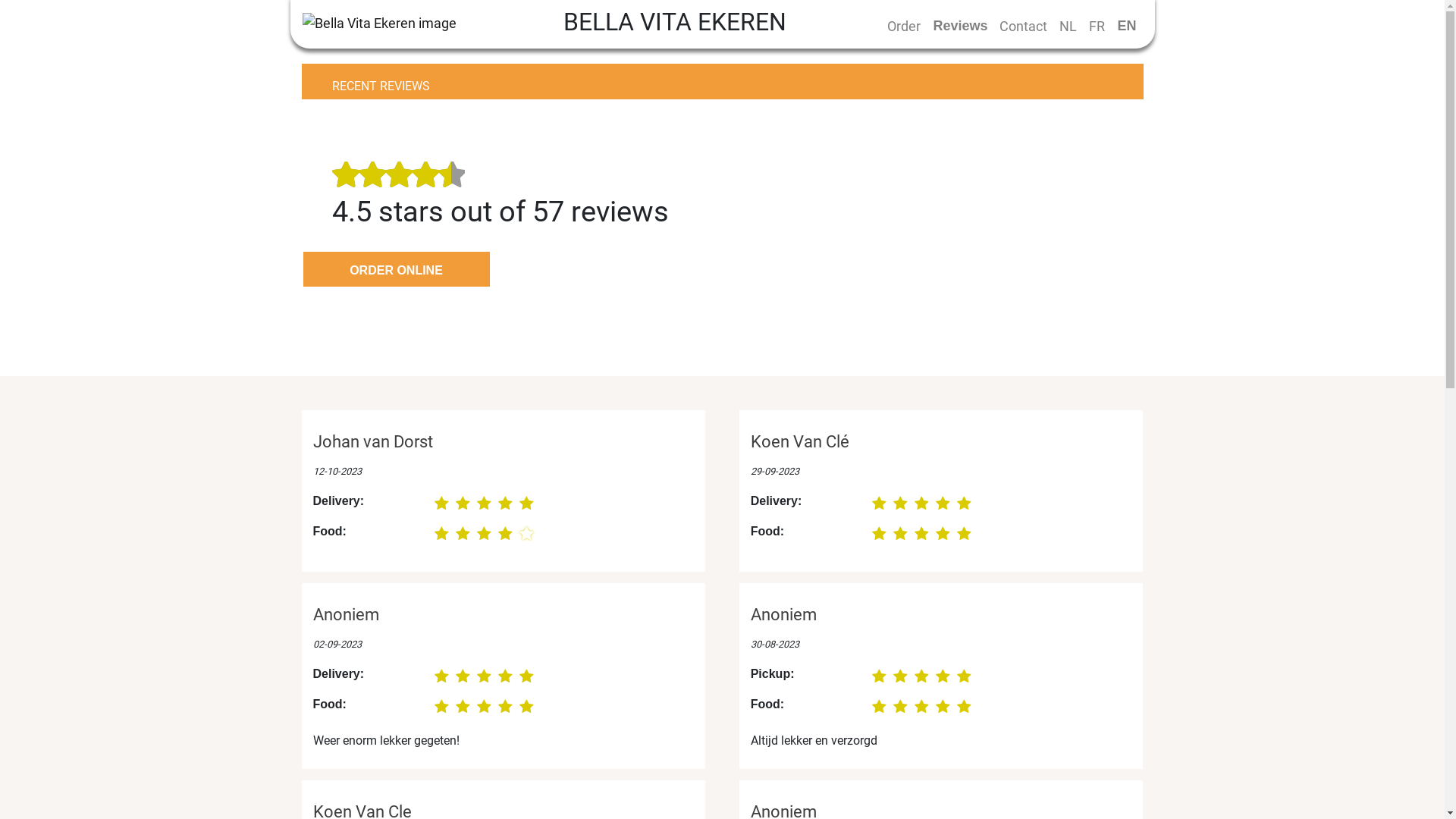 The height and width of the screenshot is (819, 1456). Describe the element at coordinates (959, 26) in the screenshot. I see `'Reviews'` at that location.